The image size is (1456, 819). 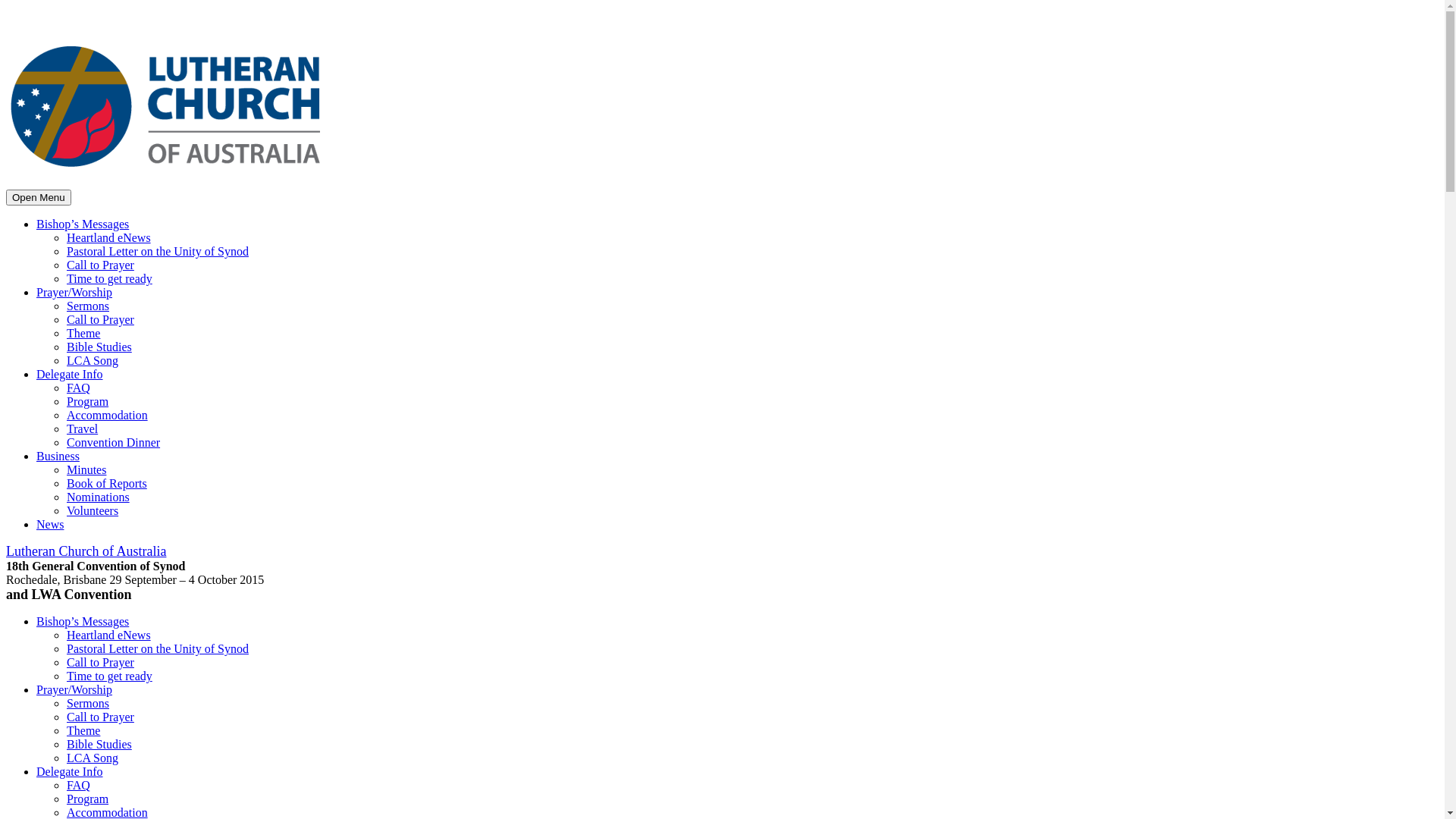 I want to click on 'Pastoral Letter on the Unity of Synod', so click(x=157, y=250).